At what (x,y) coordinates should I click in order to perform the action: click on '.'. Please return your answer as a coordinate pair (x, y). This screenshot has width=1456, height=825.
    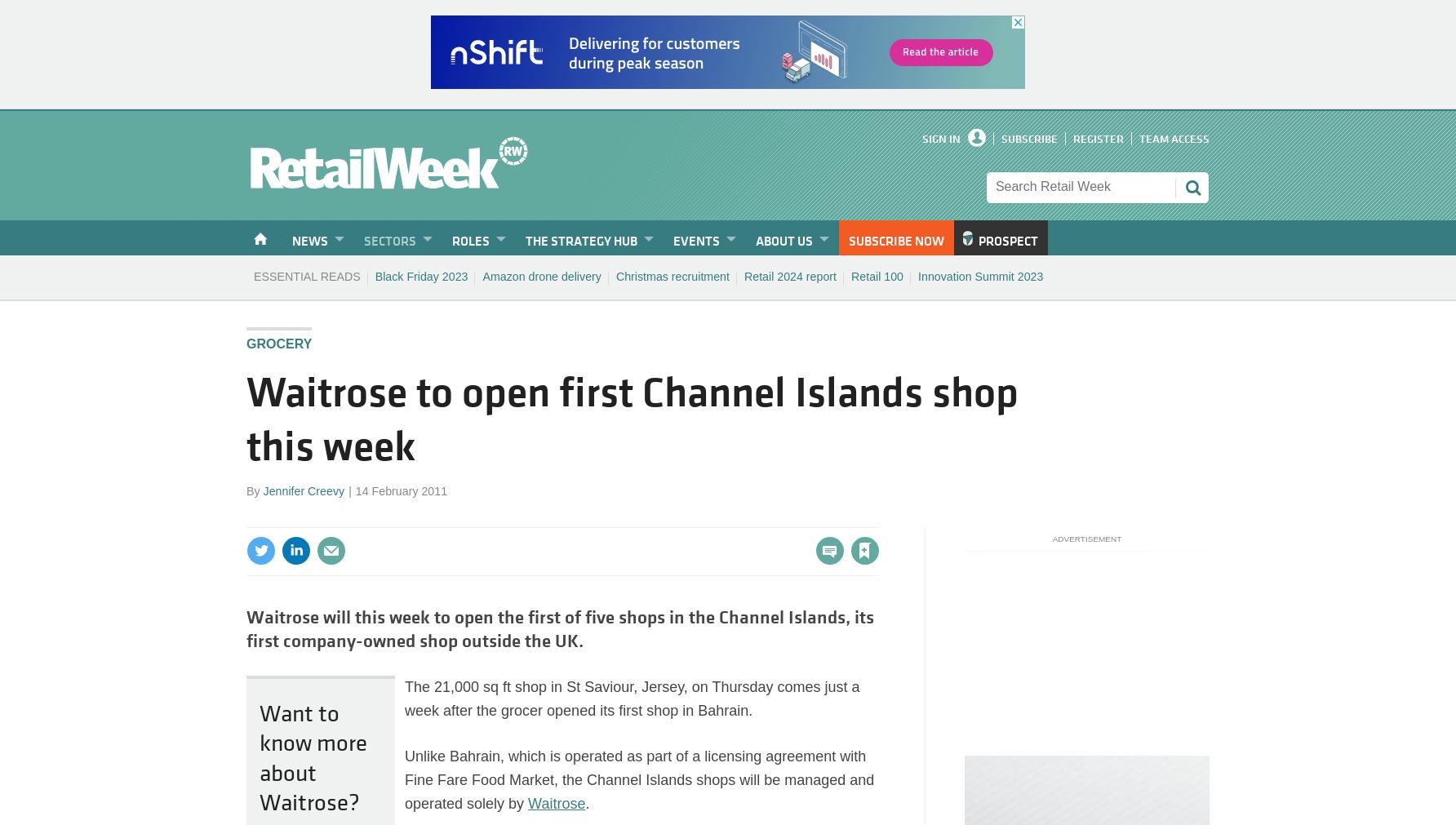
    Looking at the image, I should click on (587, 804).